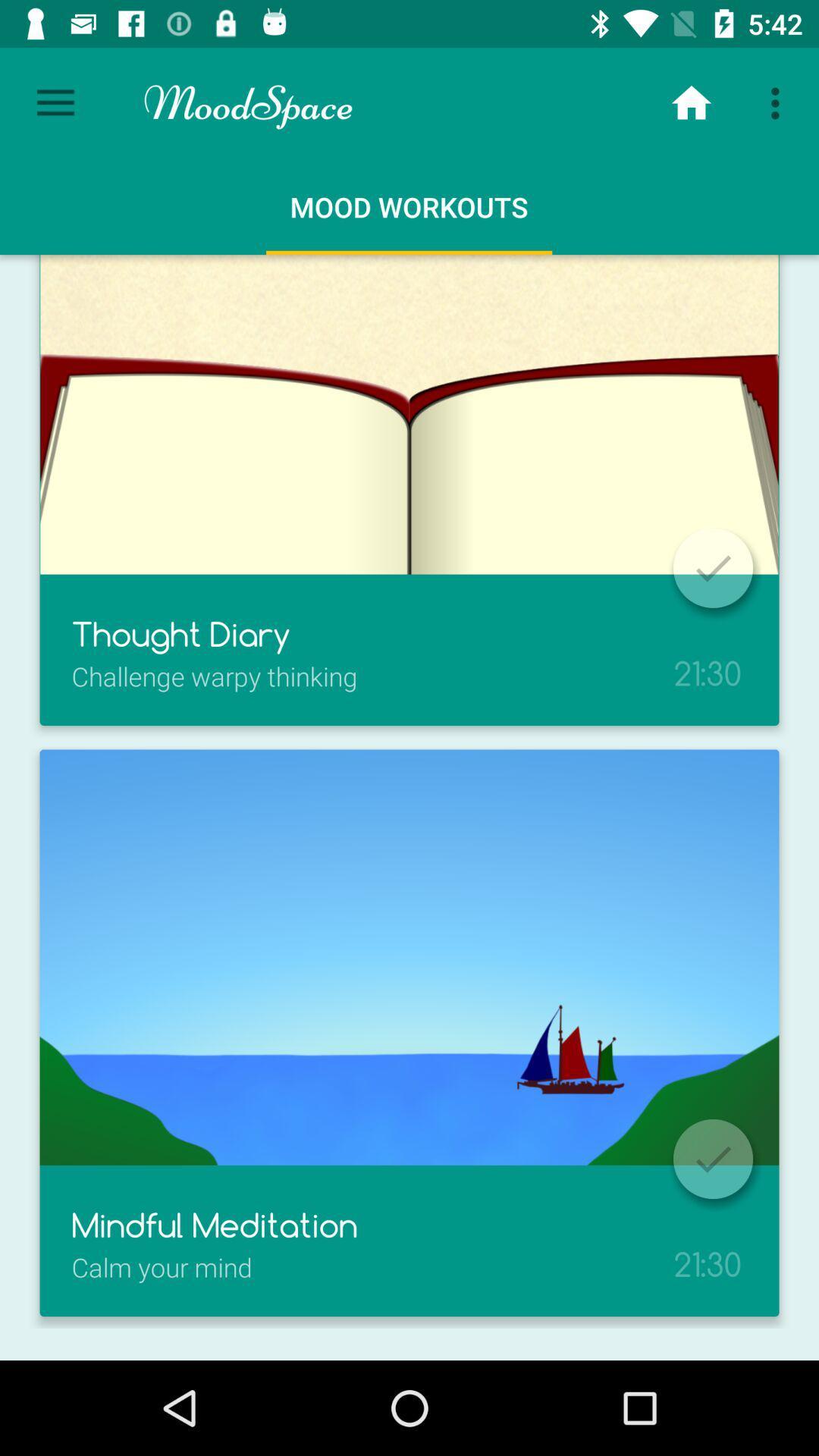  Describe the element at coordinates (55, 102) in the screenshot. I see `the item next to the moodspace` at that location.